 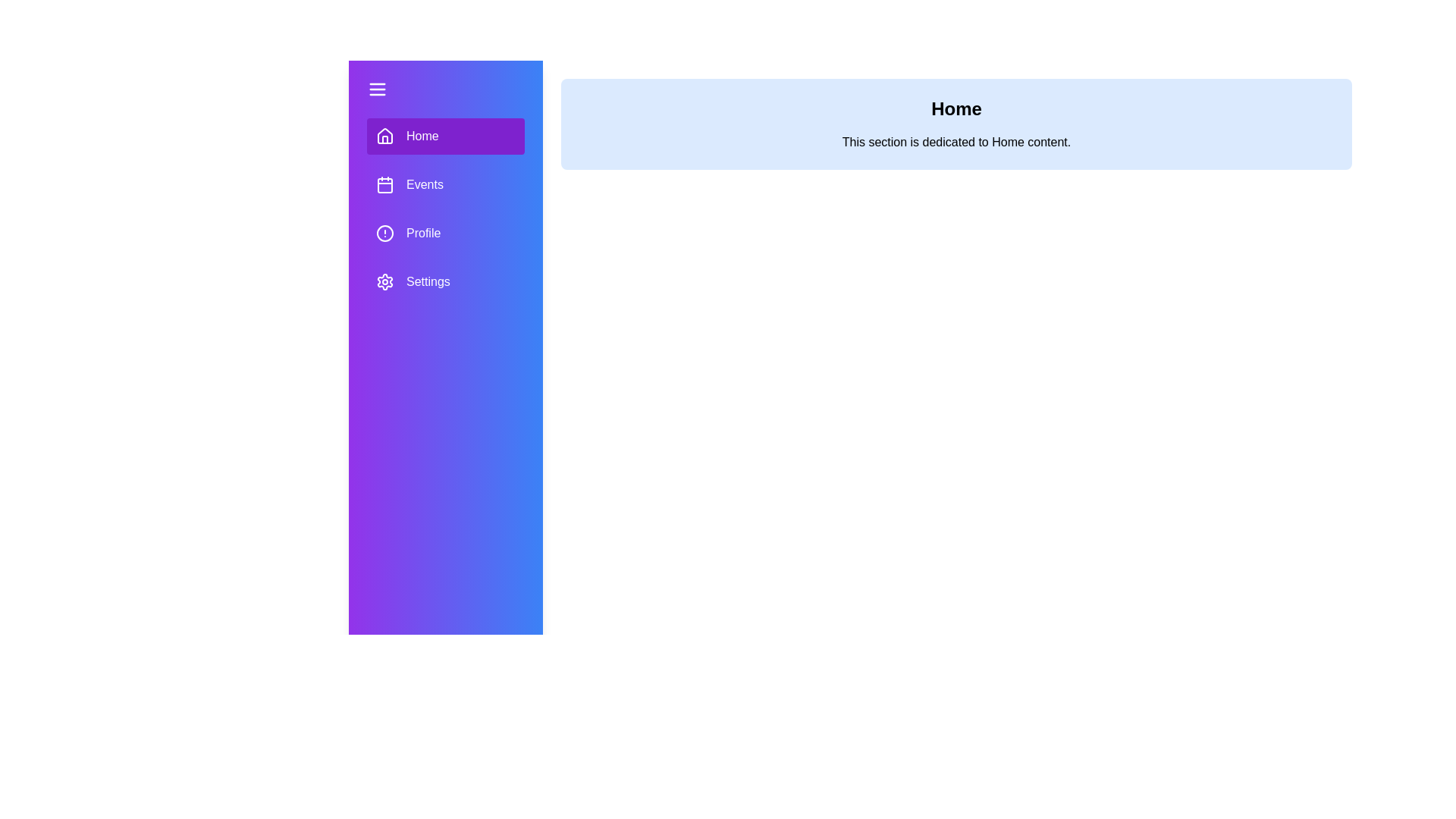 I want to click on the 'Home' icon in the sidebar menu, which serves as a graphical representation of the 'Home' option, positioned at the top of the sidebar, so click(x=385, y=140).